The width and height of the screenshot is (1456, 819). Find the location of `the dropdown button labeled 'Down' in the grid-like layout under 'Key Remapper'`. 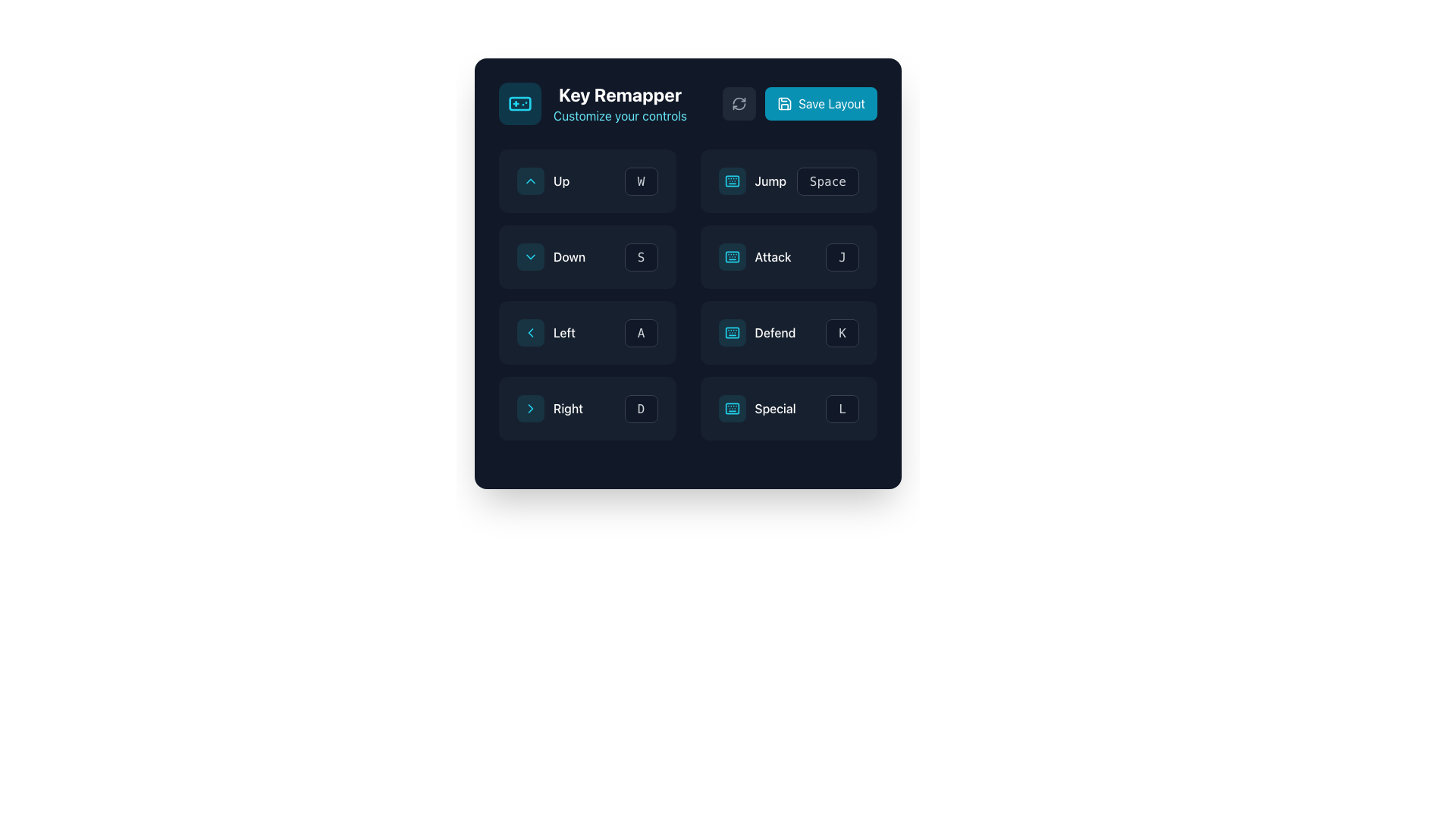

the dropdown button labeled 'Down' in the grid-like layout under 'Key Remapper' is located at coordinates (586, 256).